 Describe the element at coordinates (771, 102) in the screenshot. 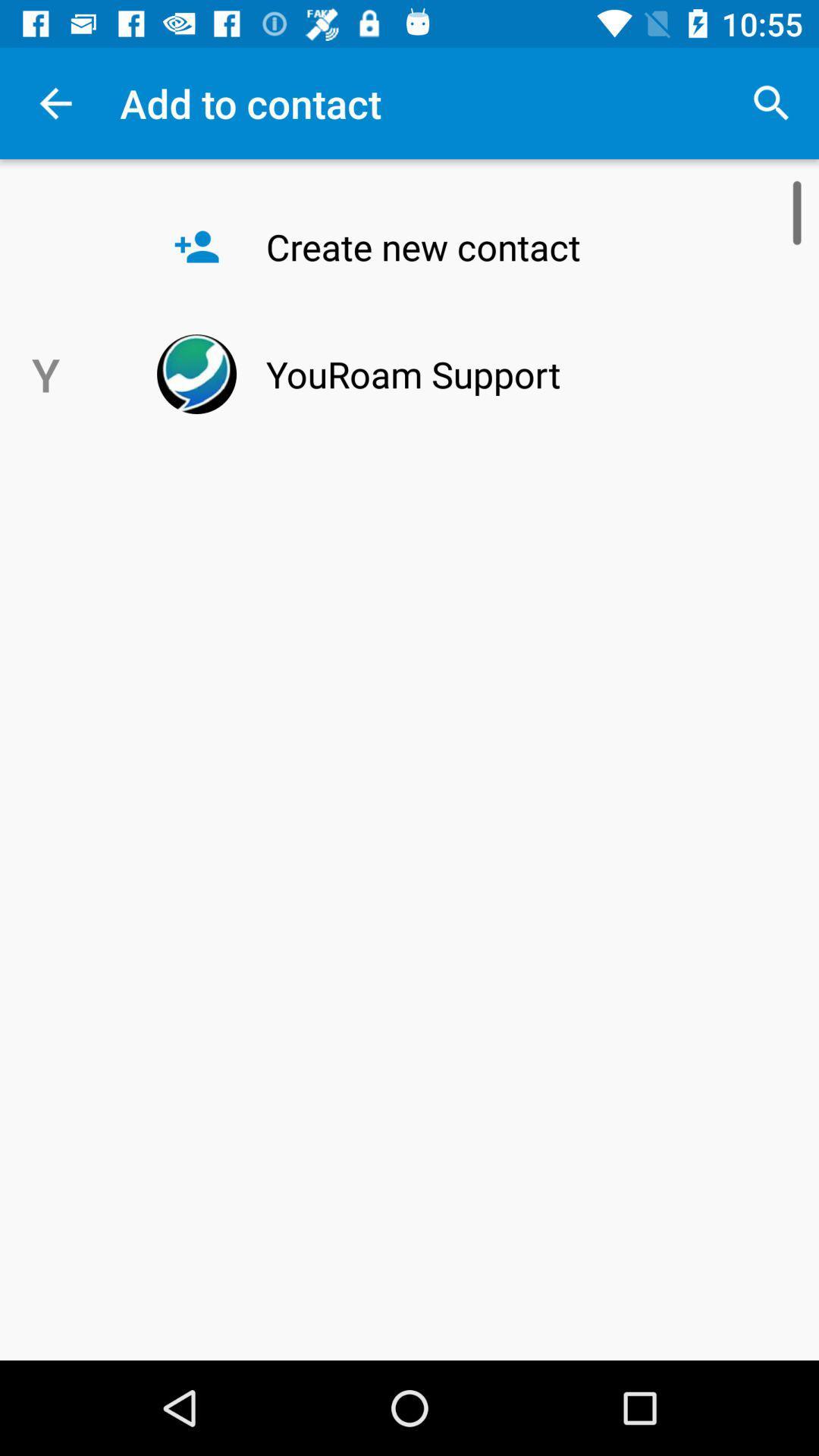

I see `app to the right of the add to contact app` at that location.